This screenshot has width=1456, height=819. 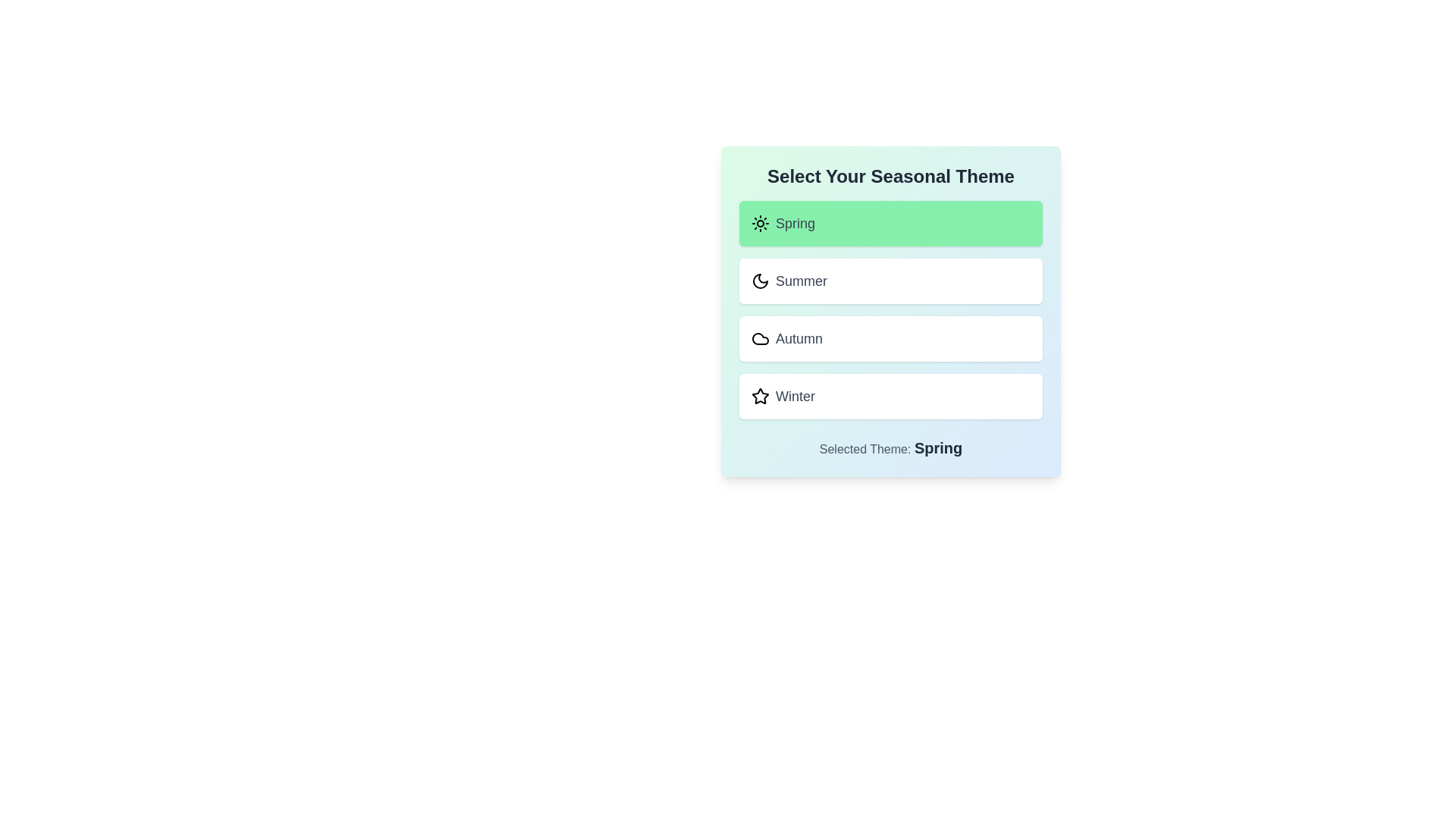 What do you see at coordinates (891, 223) in the screenshot?
I see `the theme Spring from the list` at bounding box center [891, 223].